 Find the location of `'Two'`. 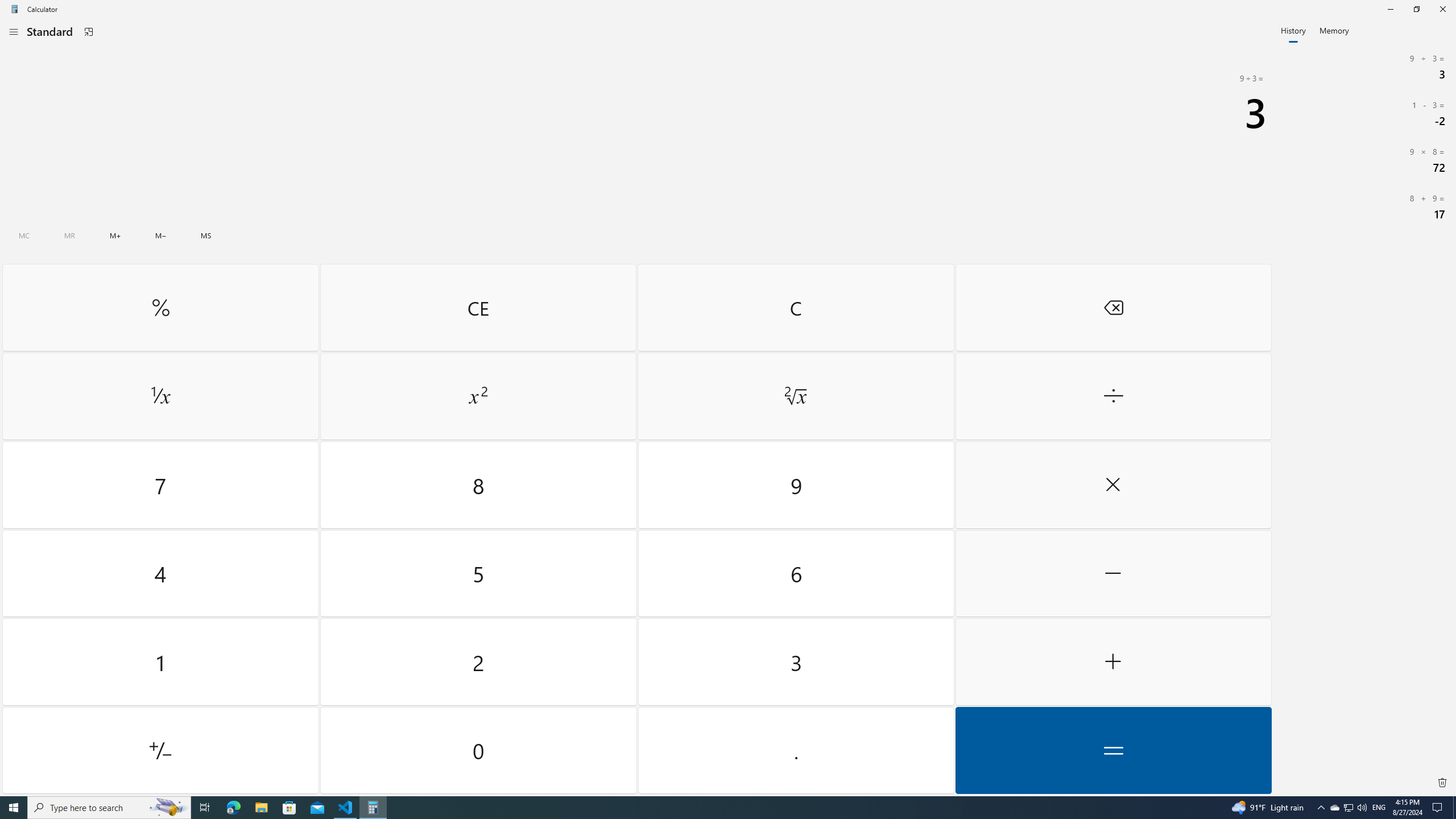

'Two' is located at coordinates (478, 662).